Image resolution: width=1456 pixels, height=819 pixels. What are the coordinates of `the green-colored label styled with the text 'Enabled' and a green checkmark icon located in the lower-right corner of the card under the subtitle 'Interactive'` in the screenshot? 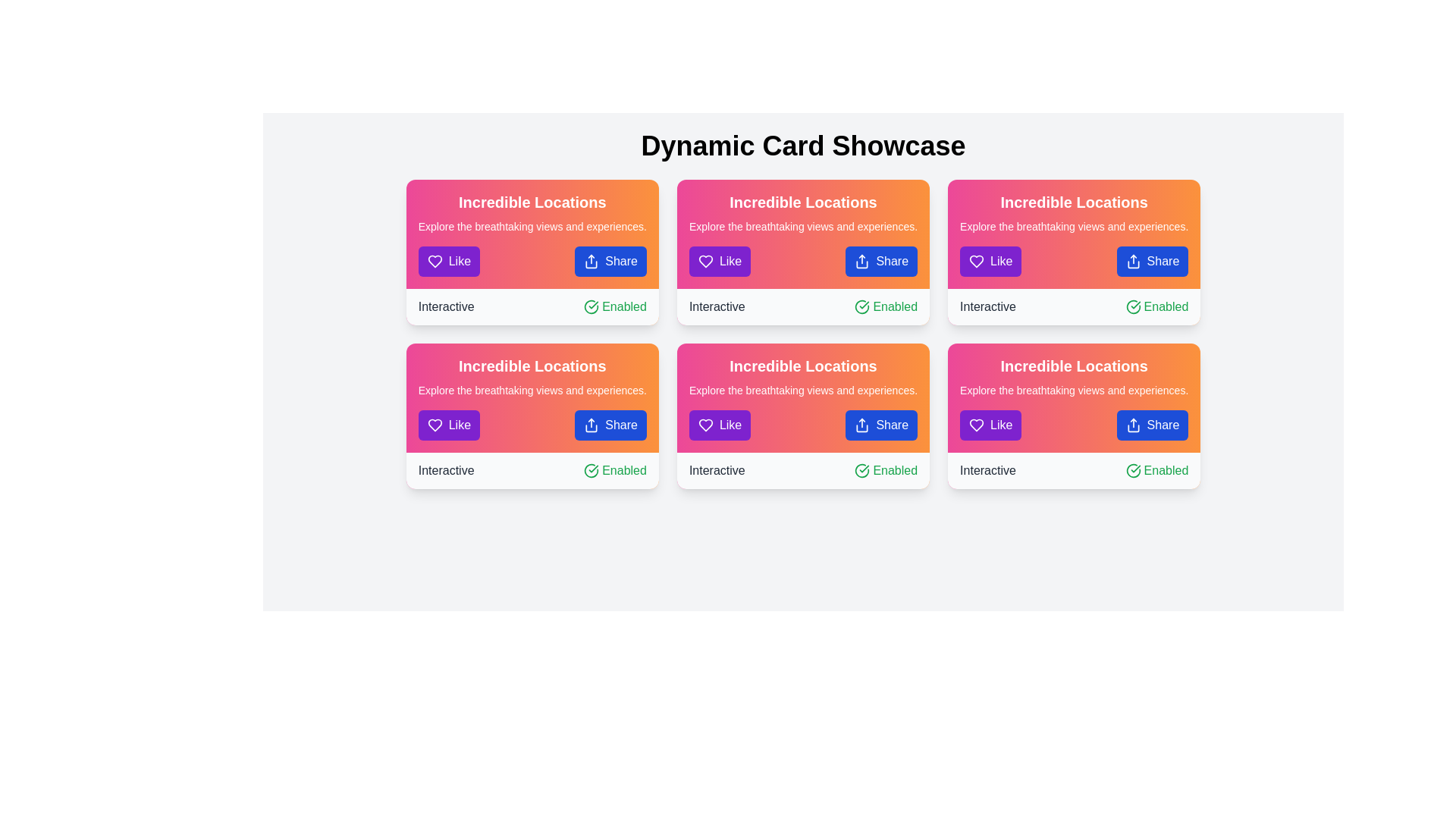 It's located at (615, 470).